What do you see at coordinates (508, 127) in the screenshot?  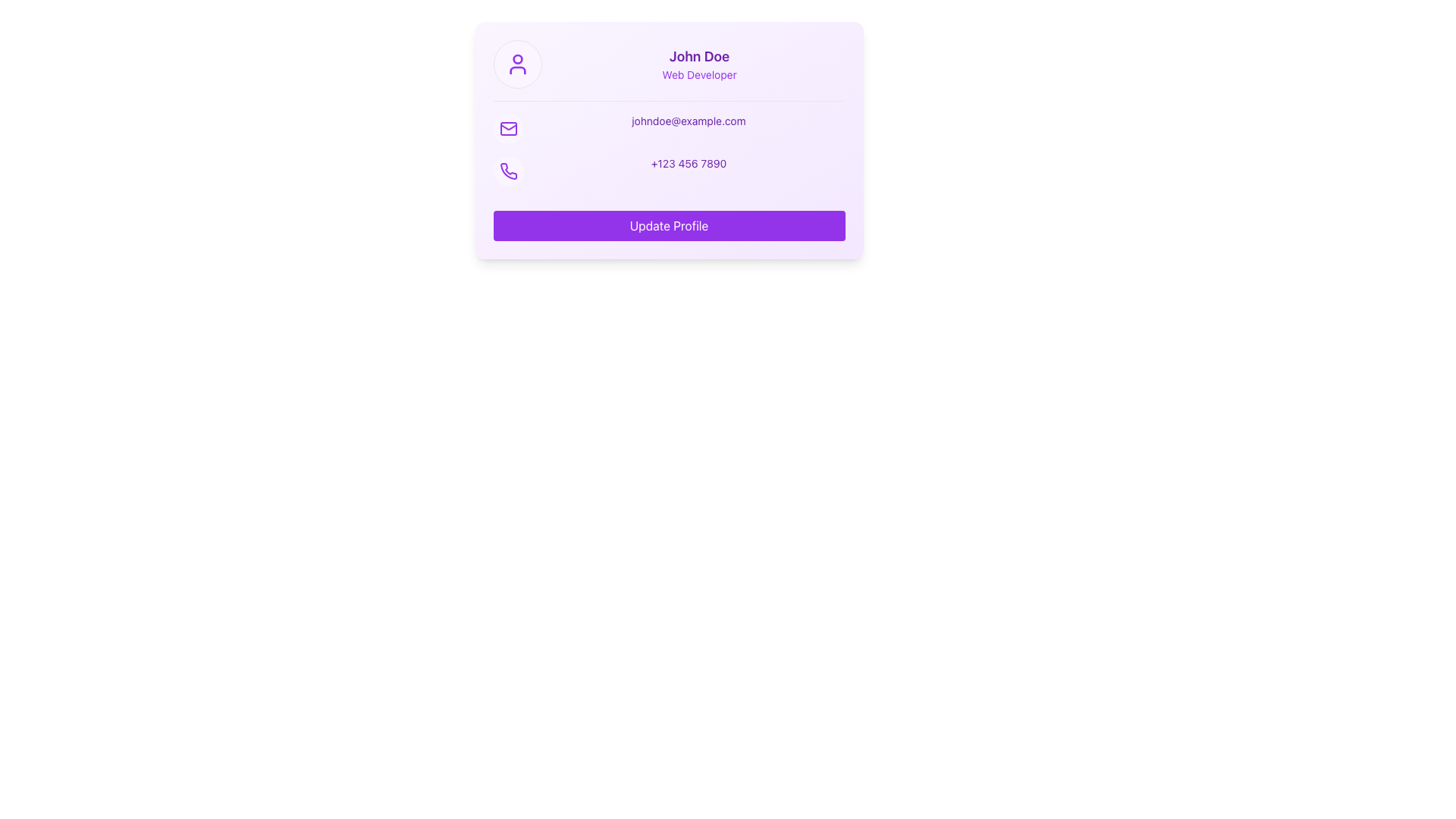 I see `the purple envelope icon located below the user avatar icon and above the phone icon in the vertical list of the user profile card` at bounding box center [508, 127].